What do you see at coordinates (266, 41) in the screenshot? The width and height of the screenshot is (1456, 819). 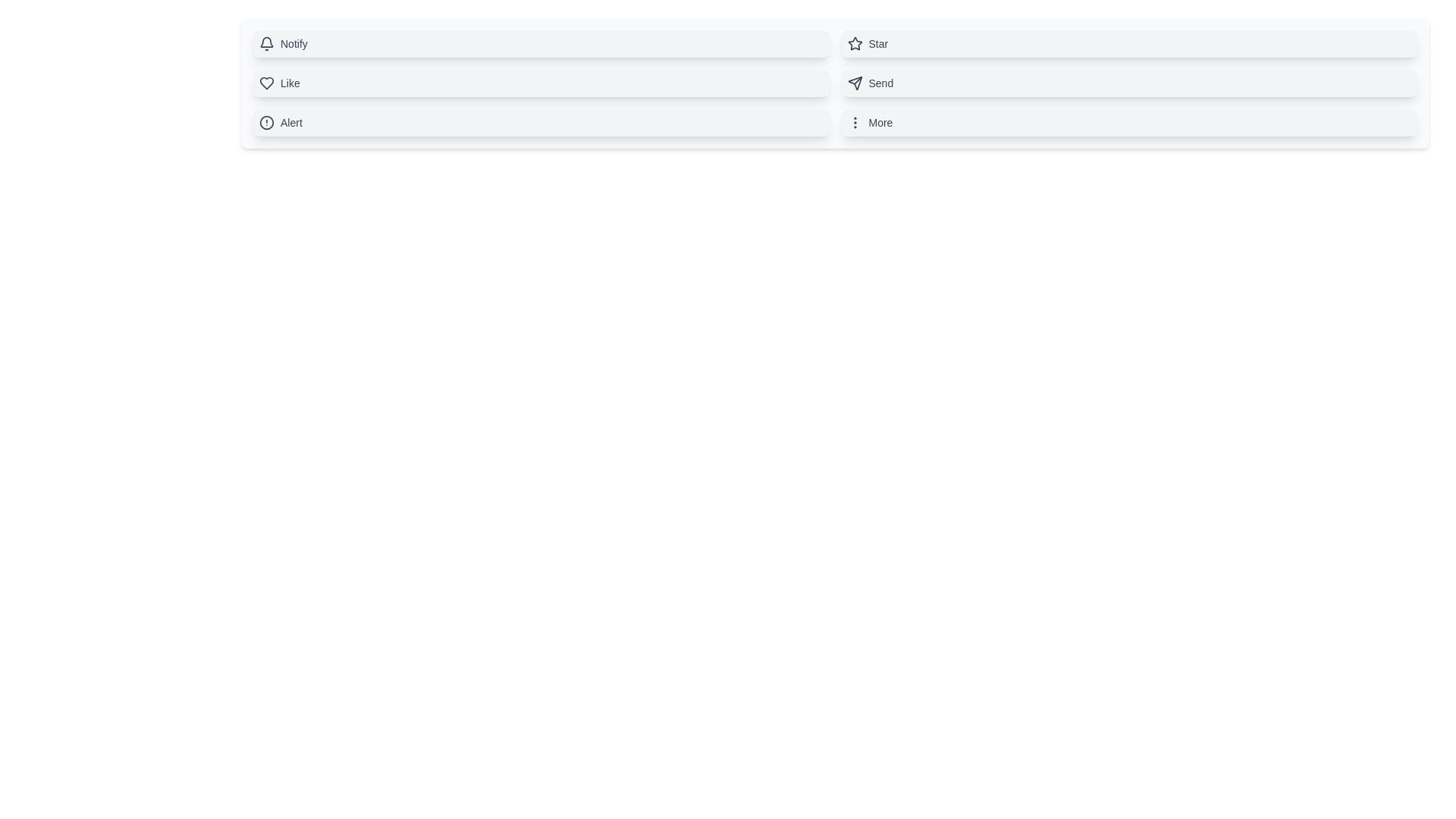 I see `the bell-shaped icon next to the text 'Notify' in the first row of the interface` at bounding box center [266, 41].